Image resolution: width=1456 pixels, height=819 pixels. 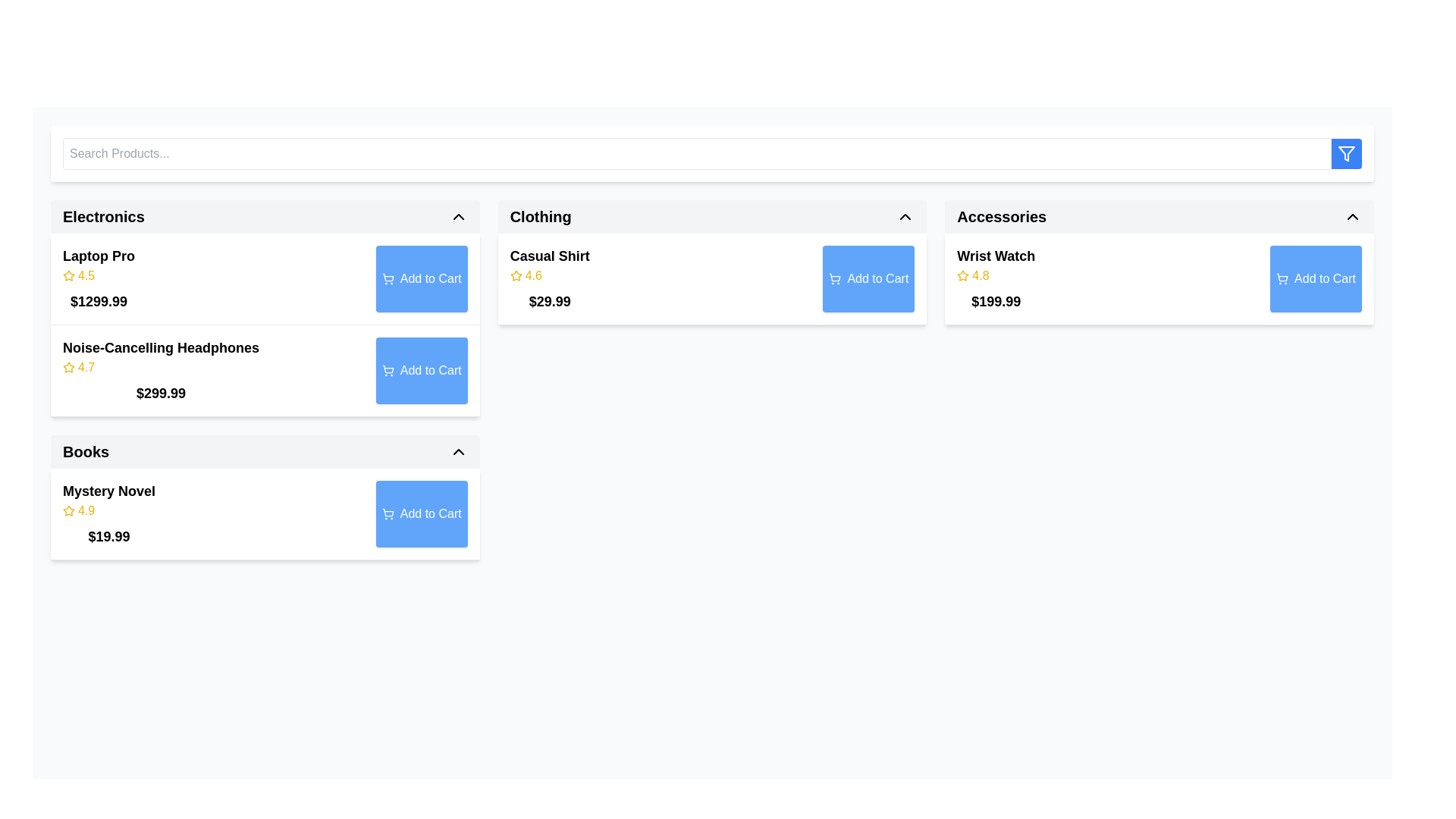 I want to click on the star-shaped graphical icon representing a single star in the Clothing section, adjacent to the title 'Casual Shirt', so click(x=516, y=275).